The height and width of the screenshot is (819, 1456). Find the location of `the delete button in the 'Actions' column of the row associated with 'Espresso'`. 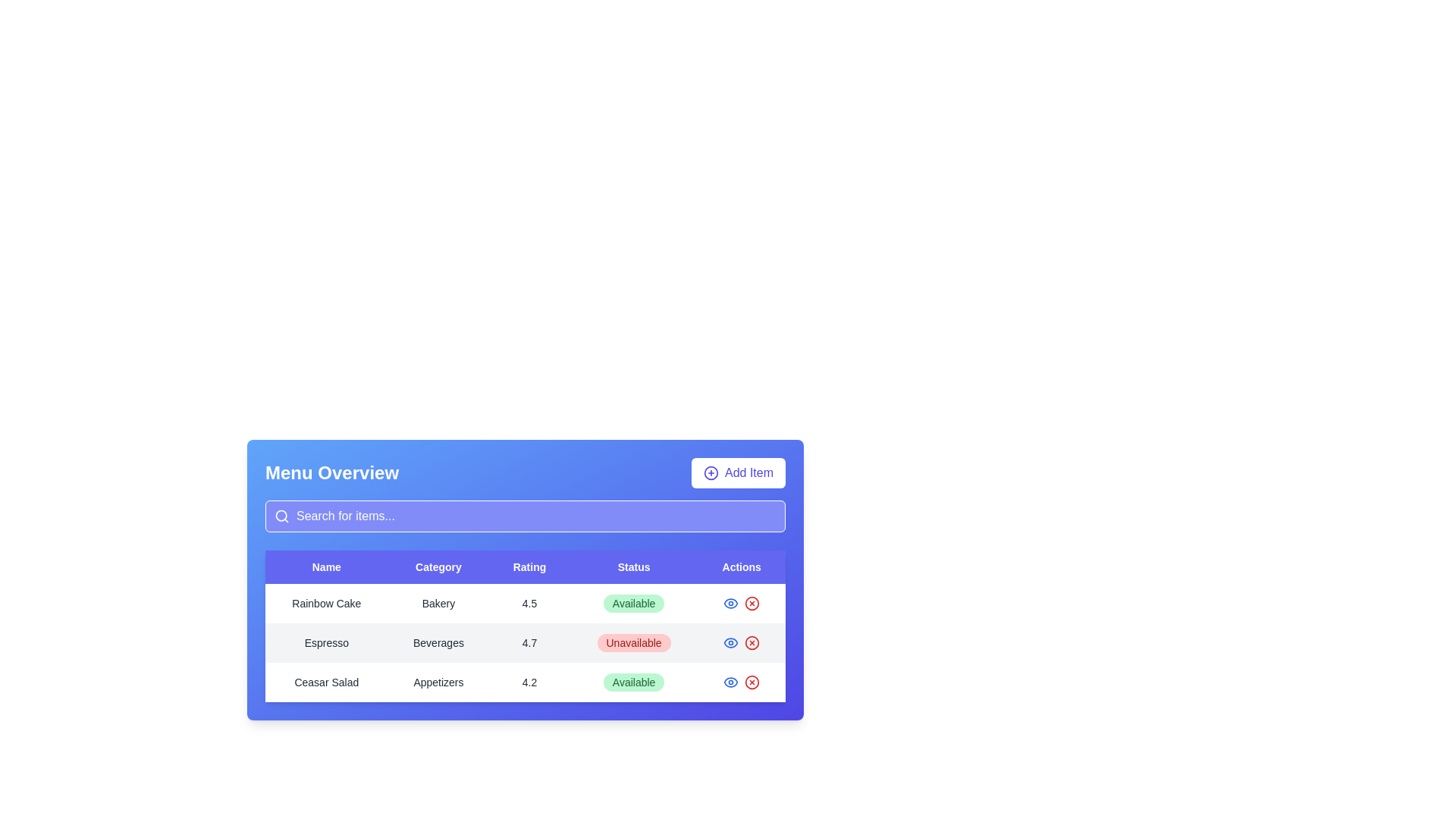

the delete button in the 'Actions' column of the row associated with 'Espresso' is located at coordinates (752, 643).